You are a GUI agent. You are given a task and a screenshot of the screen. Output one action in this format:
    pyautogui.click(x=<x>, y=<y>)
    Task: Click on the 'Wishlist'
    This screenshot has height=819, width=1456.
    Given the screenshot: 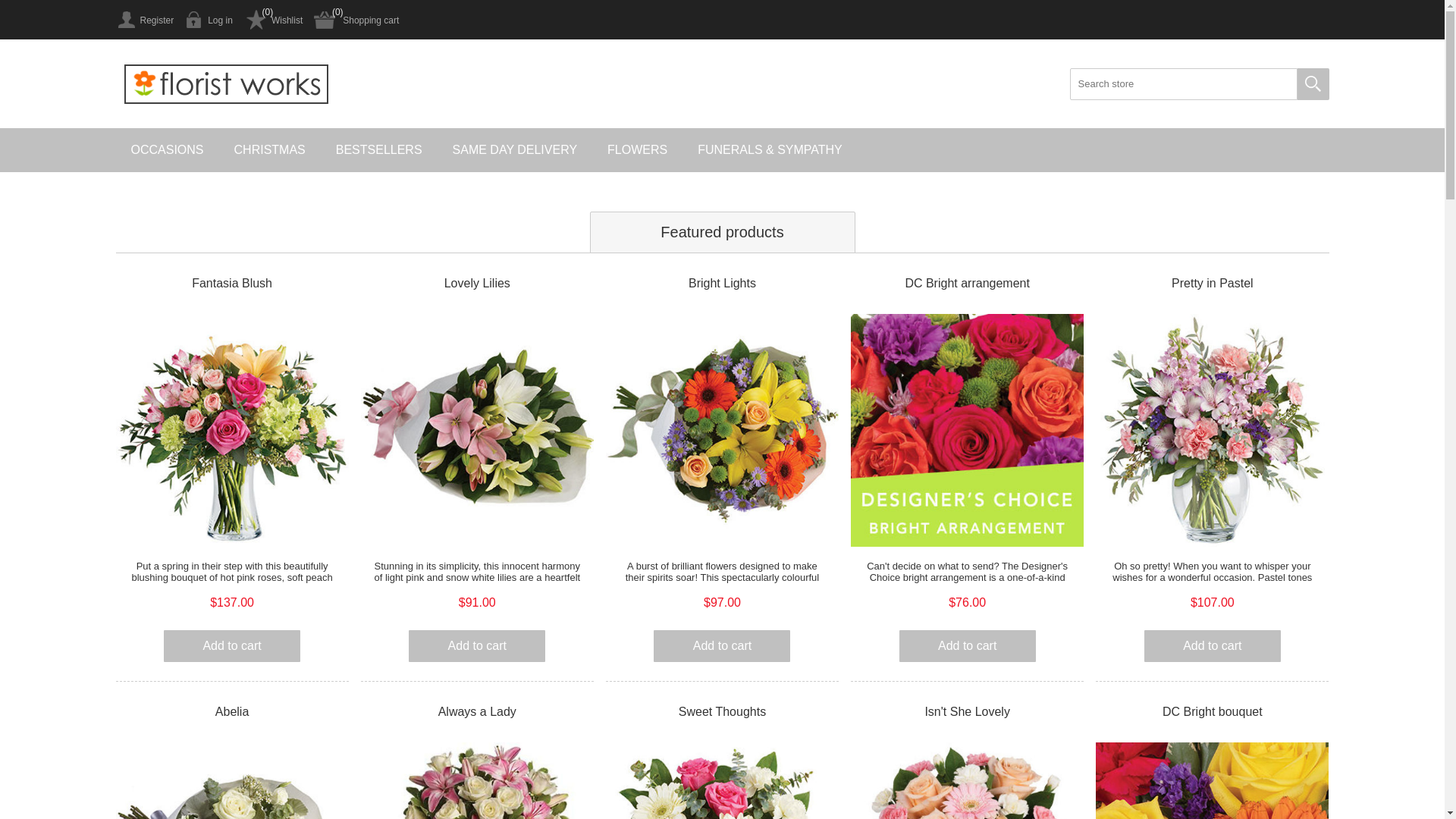 What is the action you would take?
    pyautogui.click(x=273, y=20)
    